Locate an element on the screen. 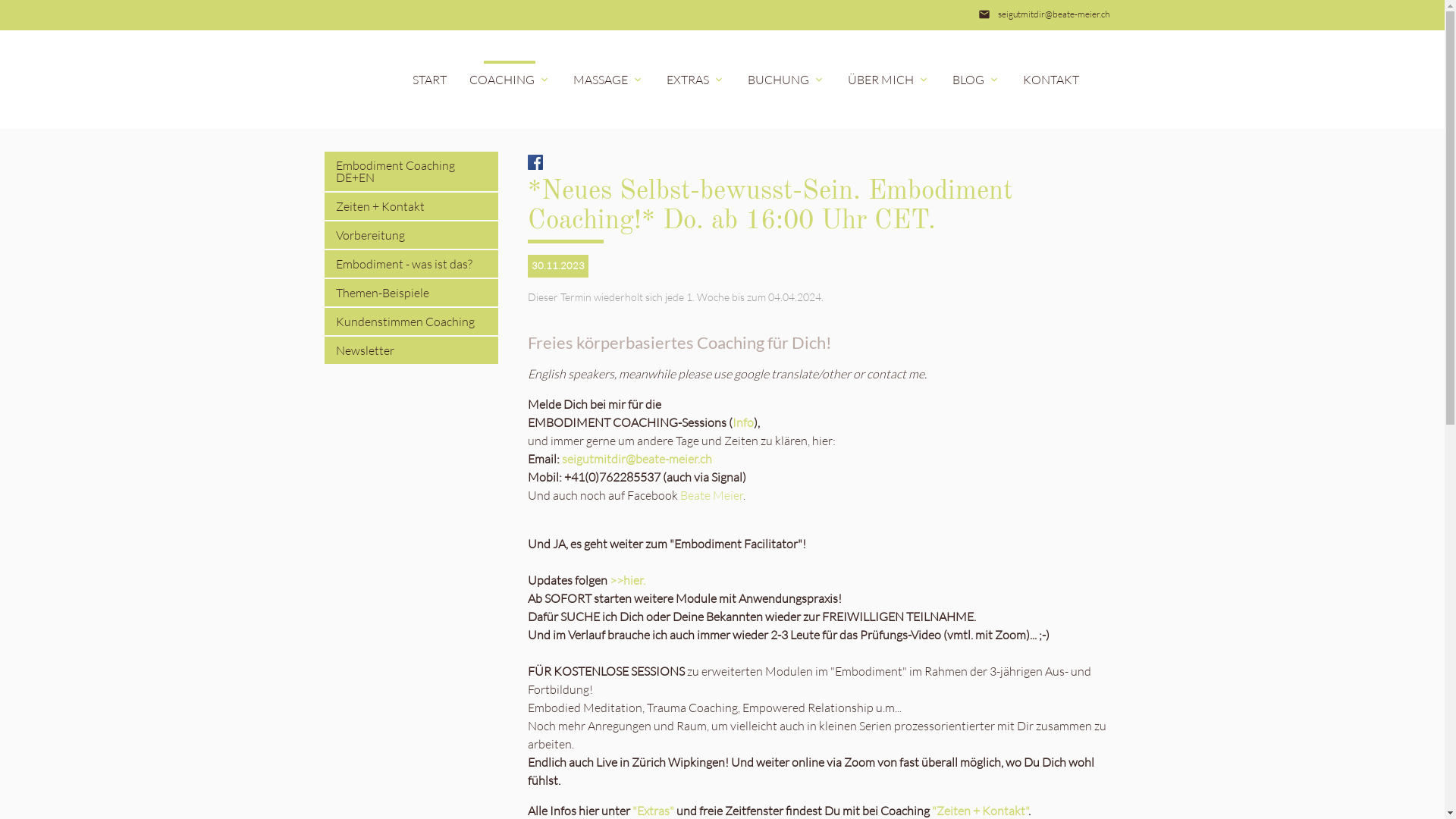 This screenshot has height=819, width=1456. 'BLOG is located at coordinates (975, 79).